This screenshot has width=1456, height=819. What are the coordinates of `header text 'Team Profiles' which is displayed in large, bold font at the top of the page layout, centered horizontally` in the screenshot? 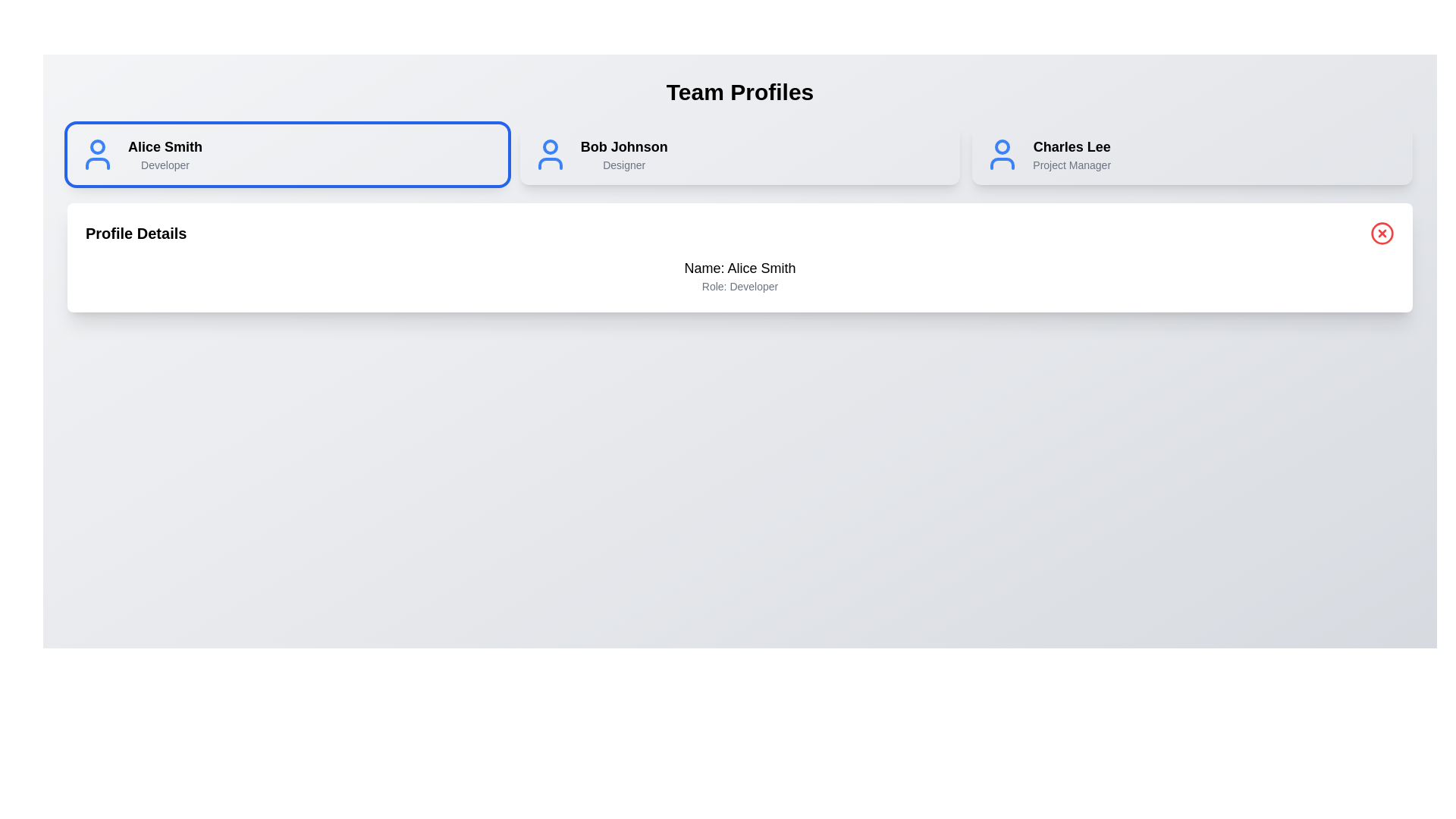 It's located at (739, 93).